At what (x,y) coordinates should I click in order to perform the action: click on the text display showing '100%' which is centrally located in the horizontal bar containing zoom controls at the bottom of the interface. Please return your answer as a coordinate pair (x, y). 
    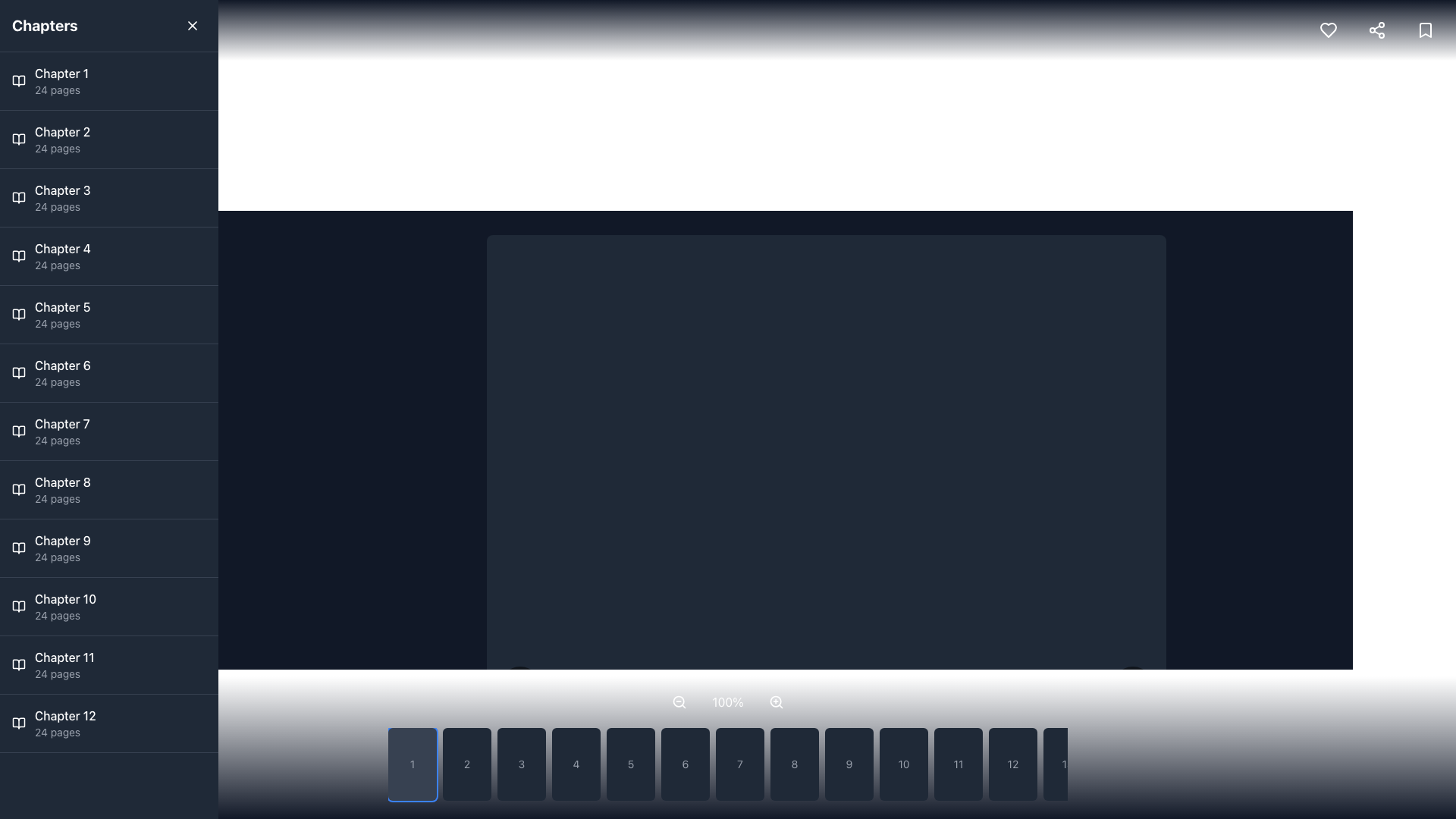
    Looking at the image, I should click on (728, 701).